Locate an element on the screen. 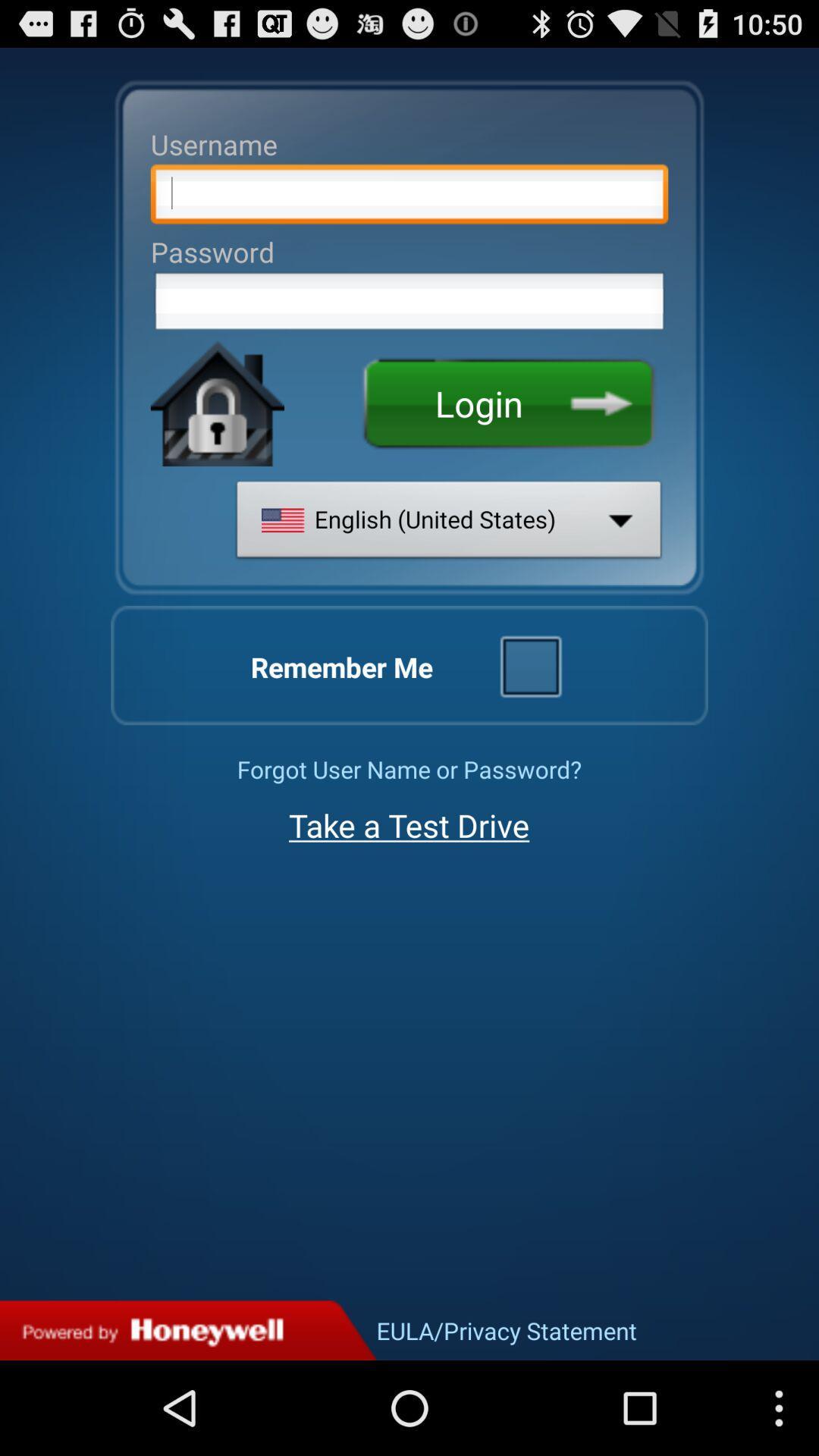 This screenshot has height=1456, width=819. password input box is located at coordinates (409, 305).